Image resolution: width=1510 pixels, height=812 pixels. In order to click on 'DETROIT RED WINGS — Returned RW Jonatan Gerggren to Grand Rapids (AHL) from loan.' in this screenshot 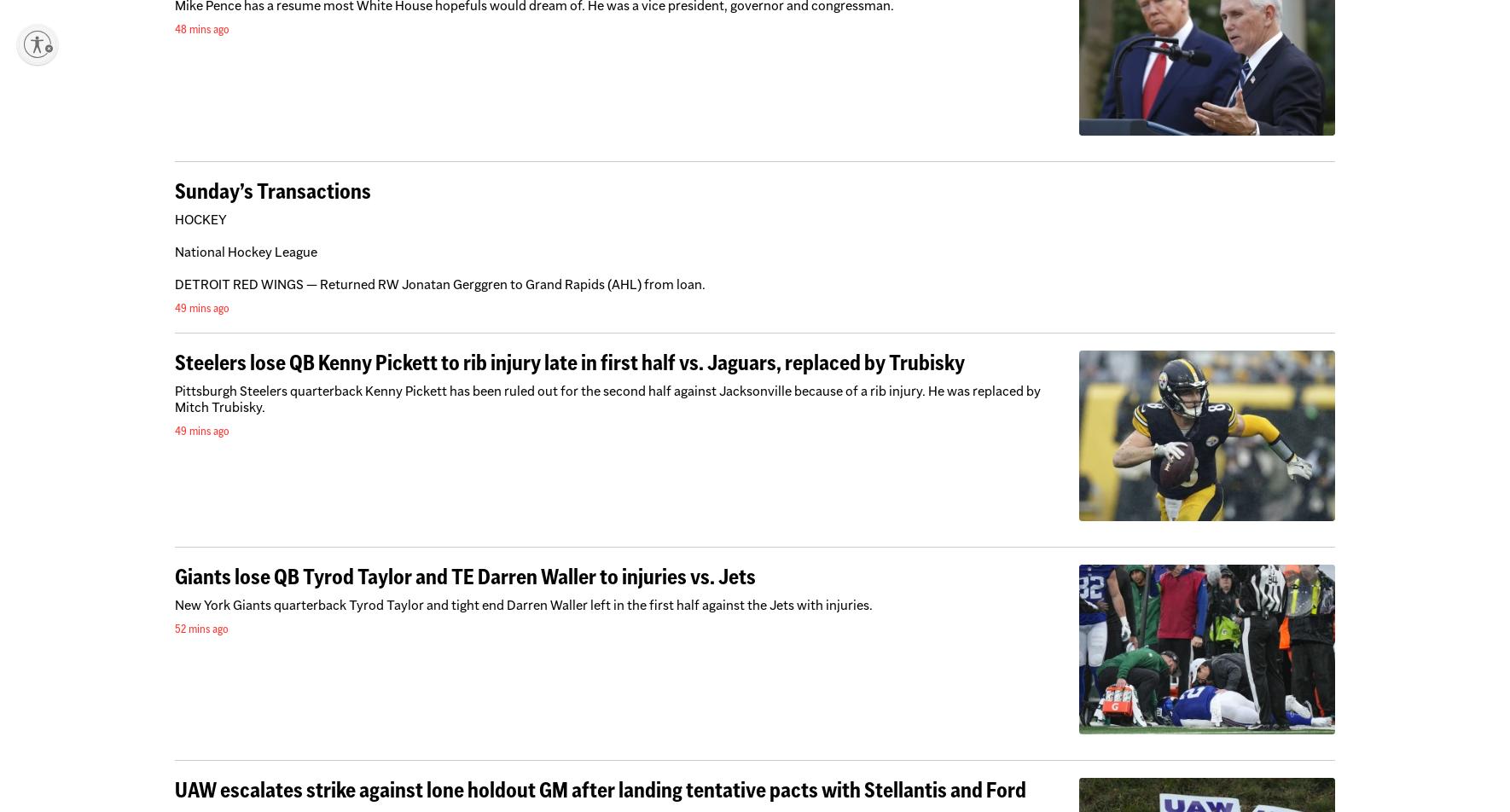, I will do `click(439, 283)`.